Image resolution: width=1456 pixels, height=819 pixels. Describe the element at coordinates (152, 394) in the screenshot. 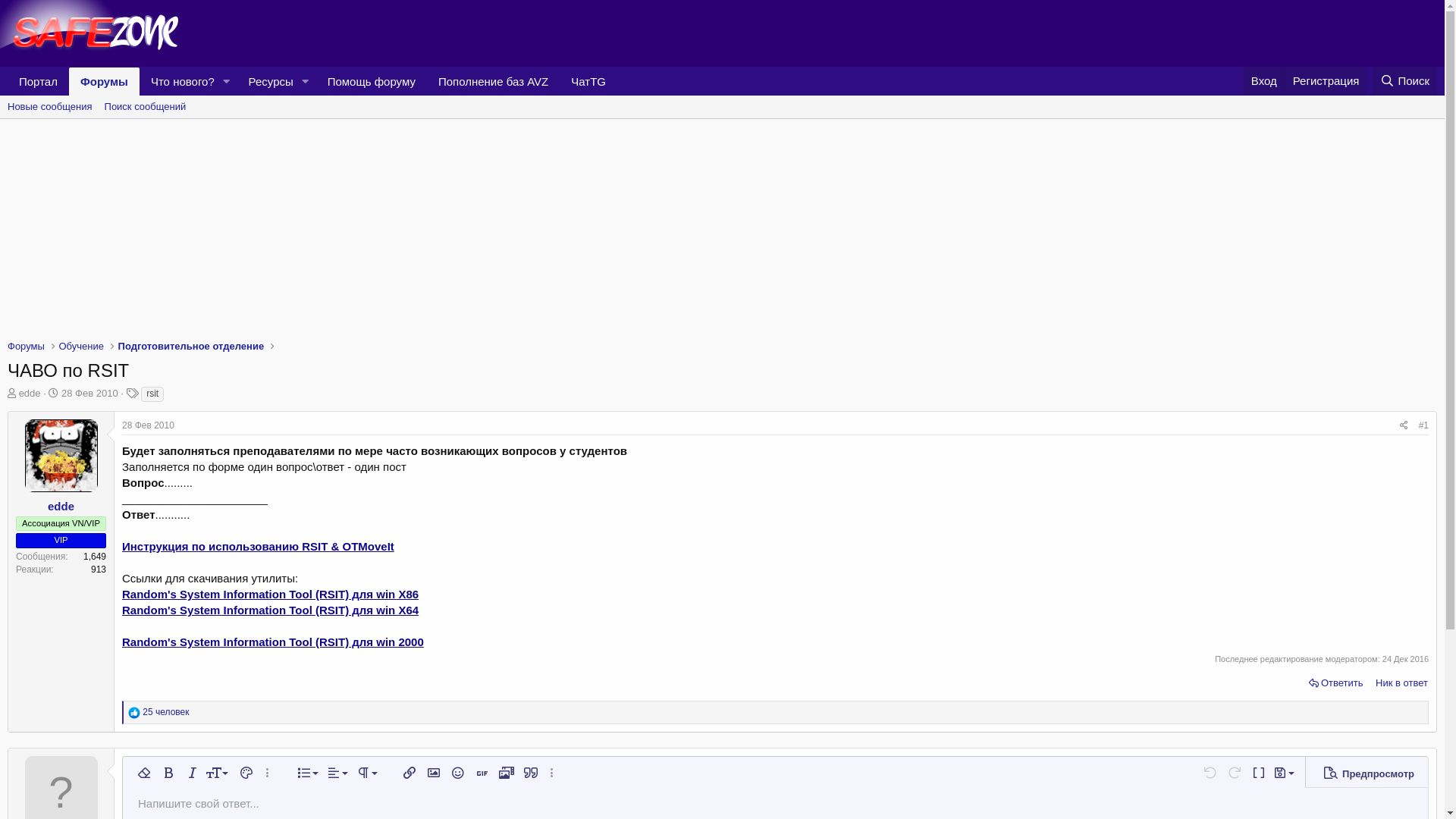

I see `'rsit'` at that location.